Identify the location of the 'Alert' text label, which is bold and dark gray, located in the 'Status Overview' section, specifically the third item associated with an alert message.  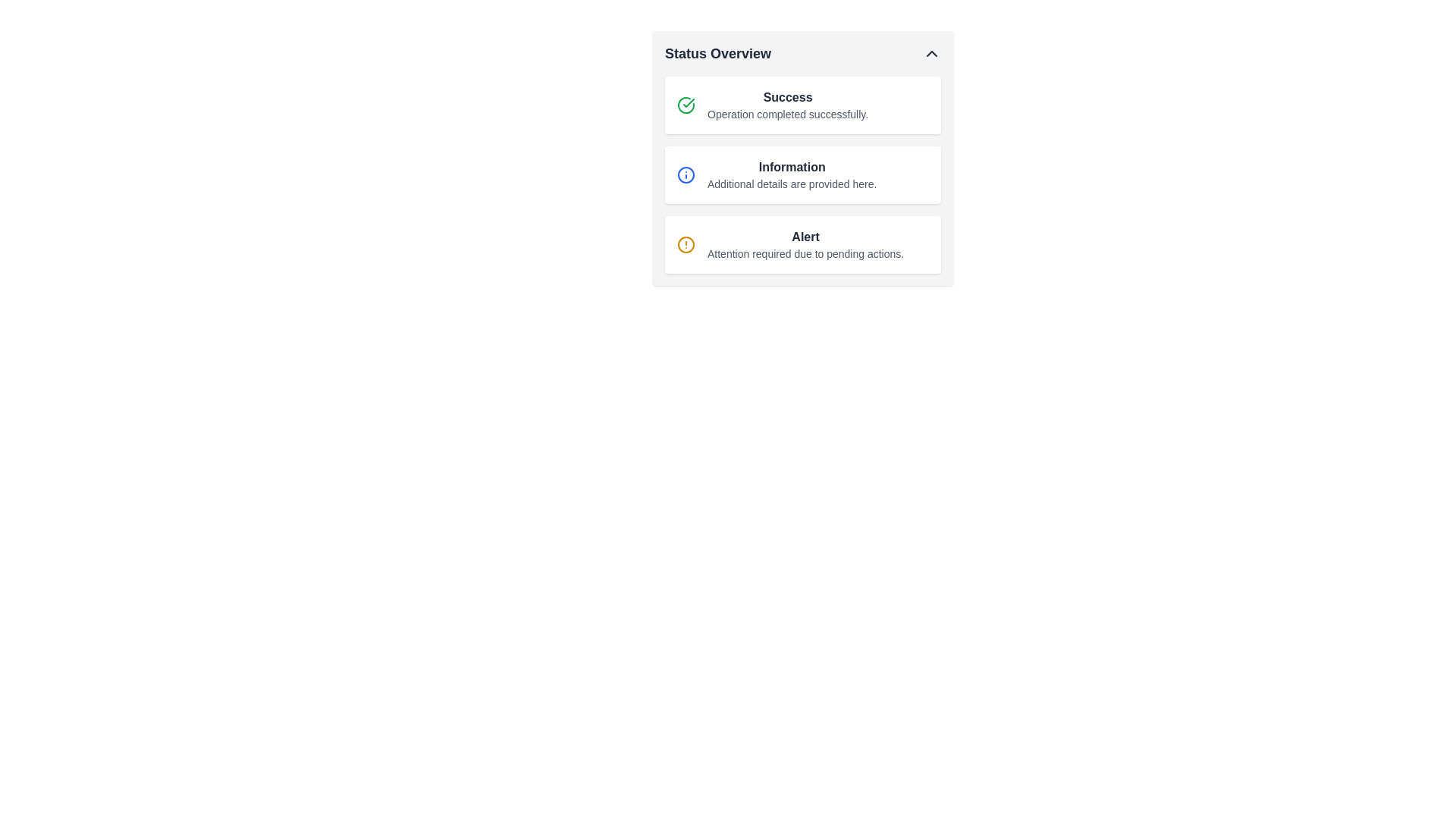
(805, 237).